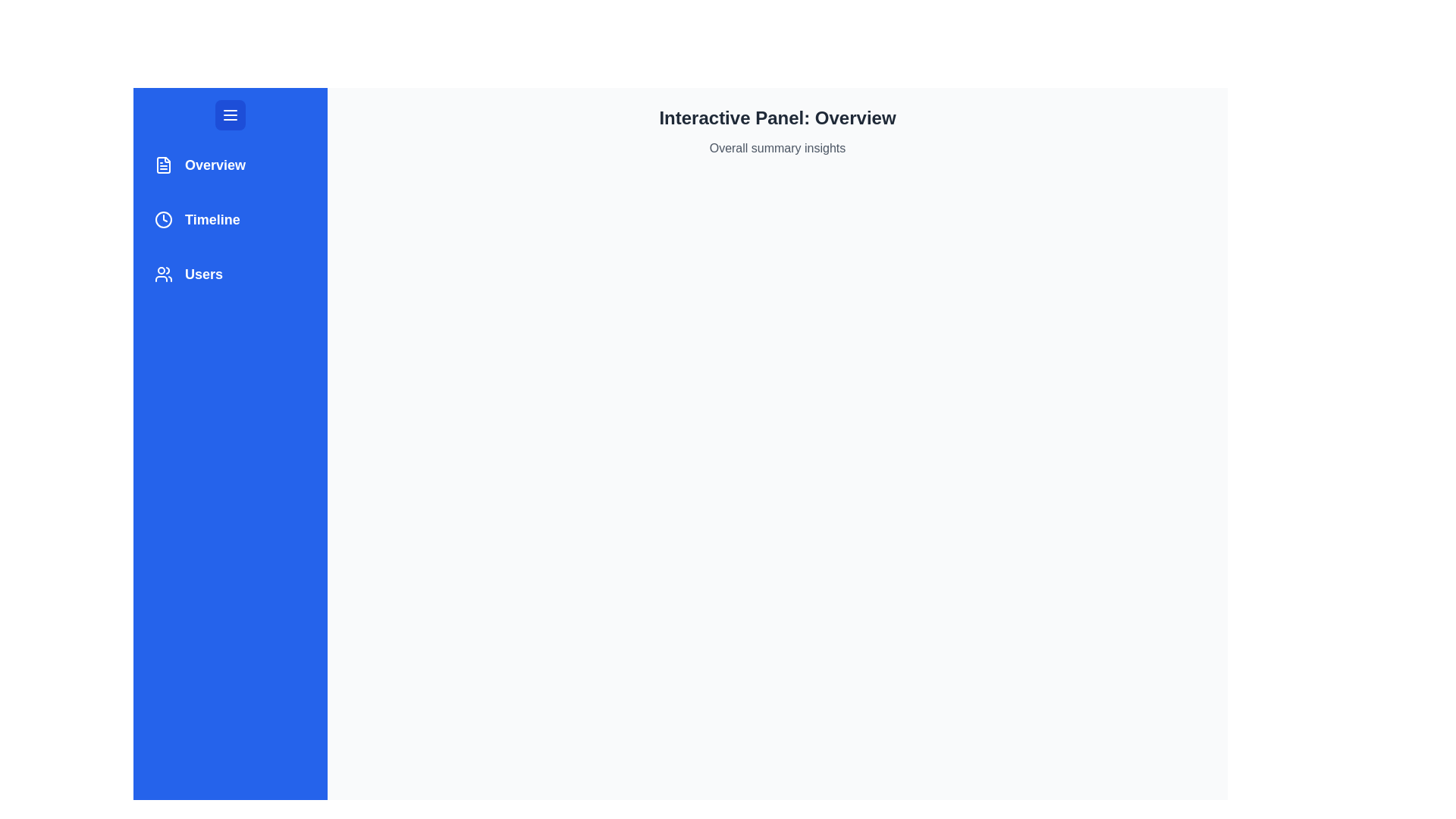 The image size is (1456, 819). Describe the element at coordinates (229, 165) in the screenshot. I see `the panel Overview from the list` at that location.